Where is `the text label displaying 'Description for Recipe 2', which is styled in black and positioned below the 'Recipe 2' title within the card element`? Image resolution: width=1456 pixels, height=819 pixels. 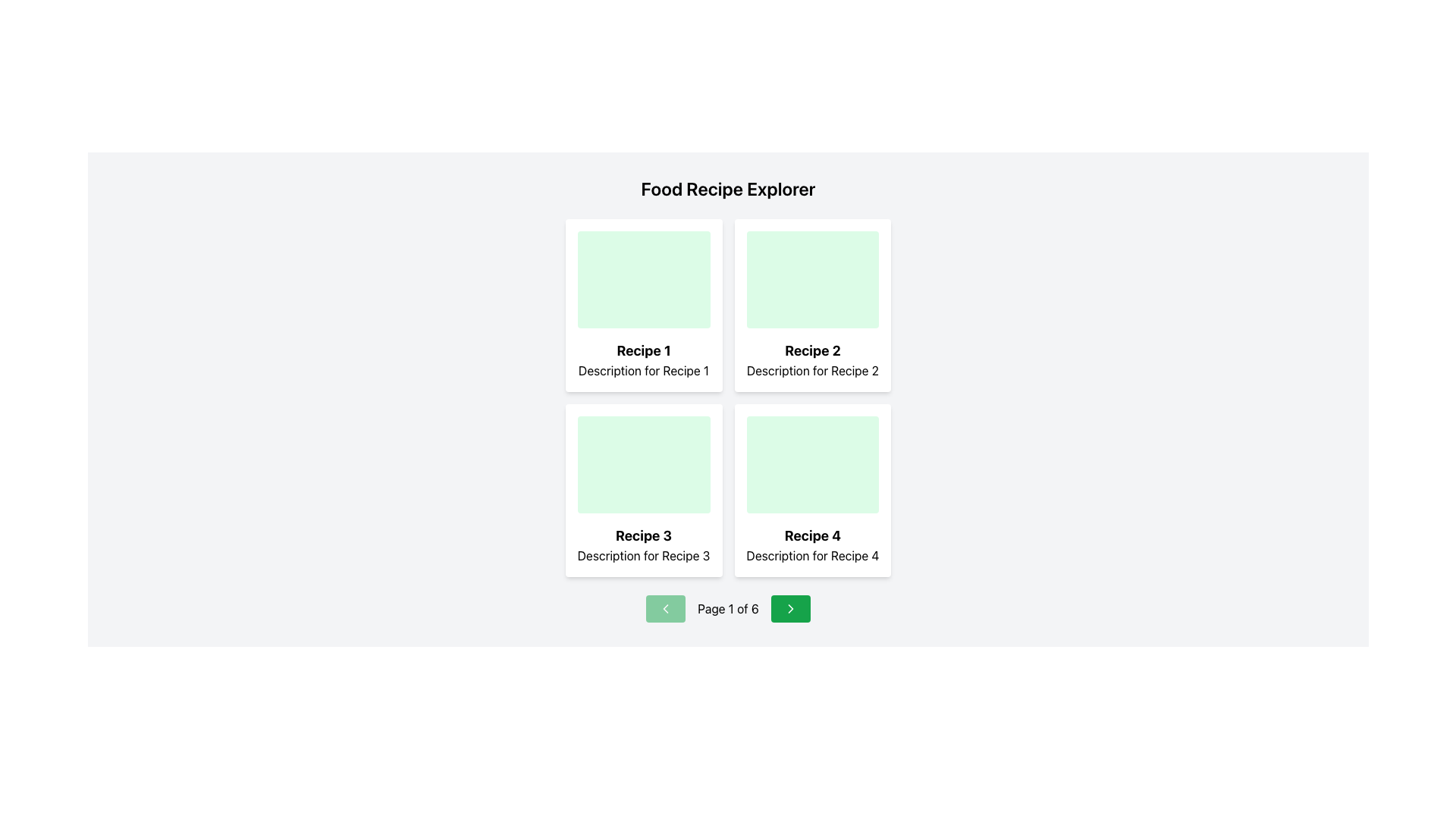
the text label displaying 'Description for Recipe 2', which is styled in black and positioned below the 'Recipe 2' title within the card element is located at coordinates (811, 371).